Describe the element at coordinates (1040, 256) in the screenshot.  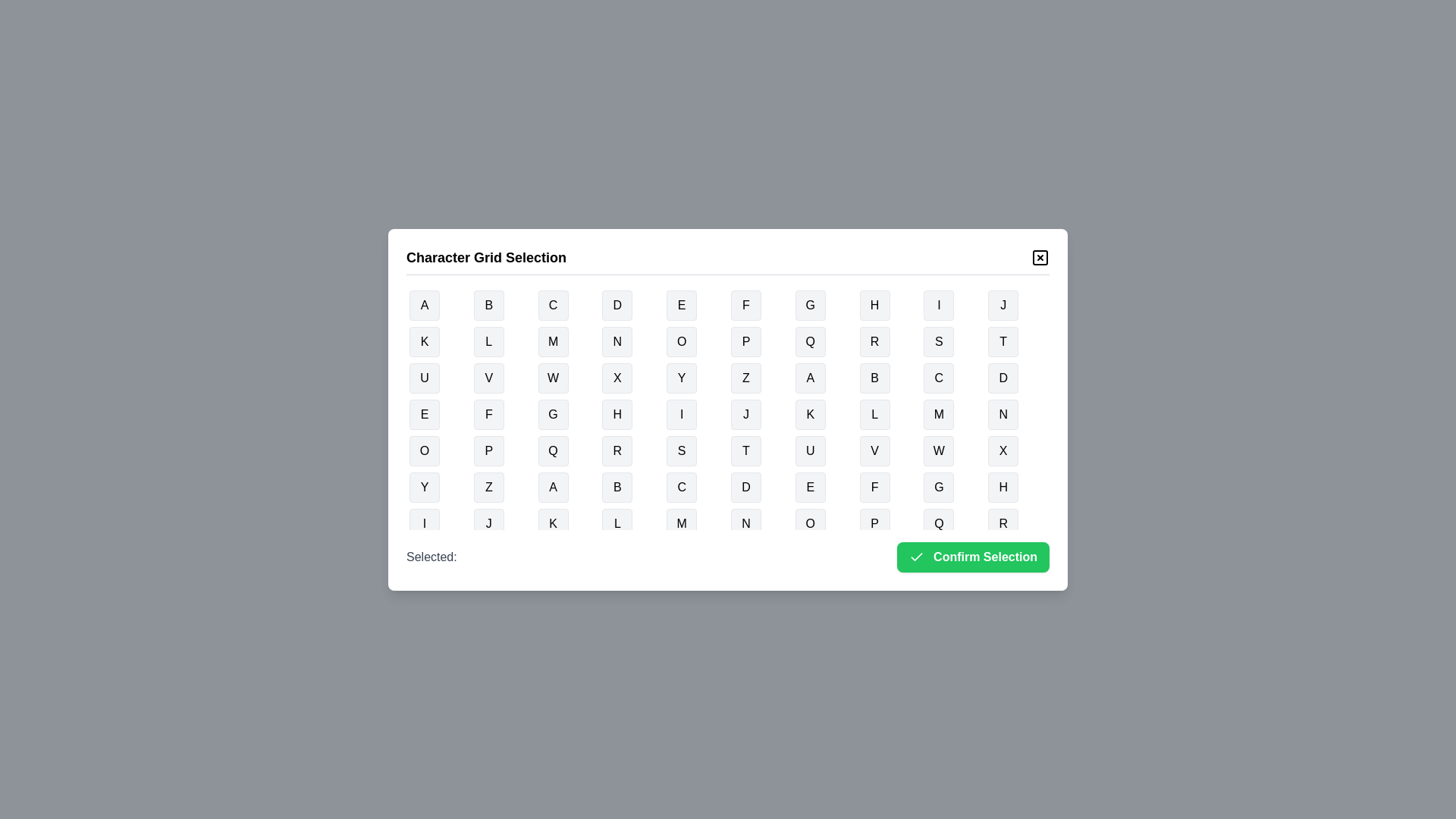
I see `close button to dismiss the dialog` at that location.